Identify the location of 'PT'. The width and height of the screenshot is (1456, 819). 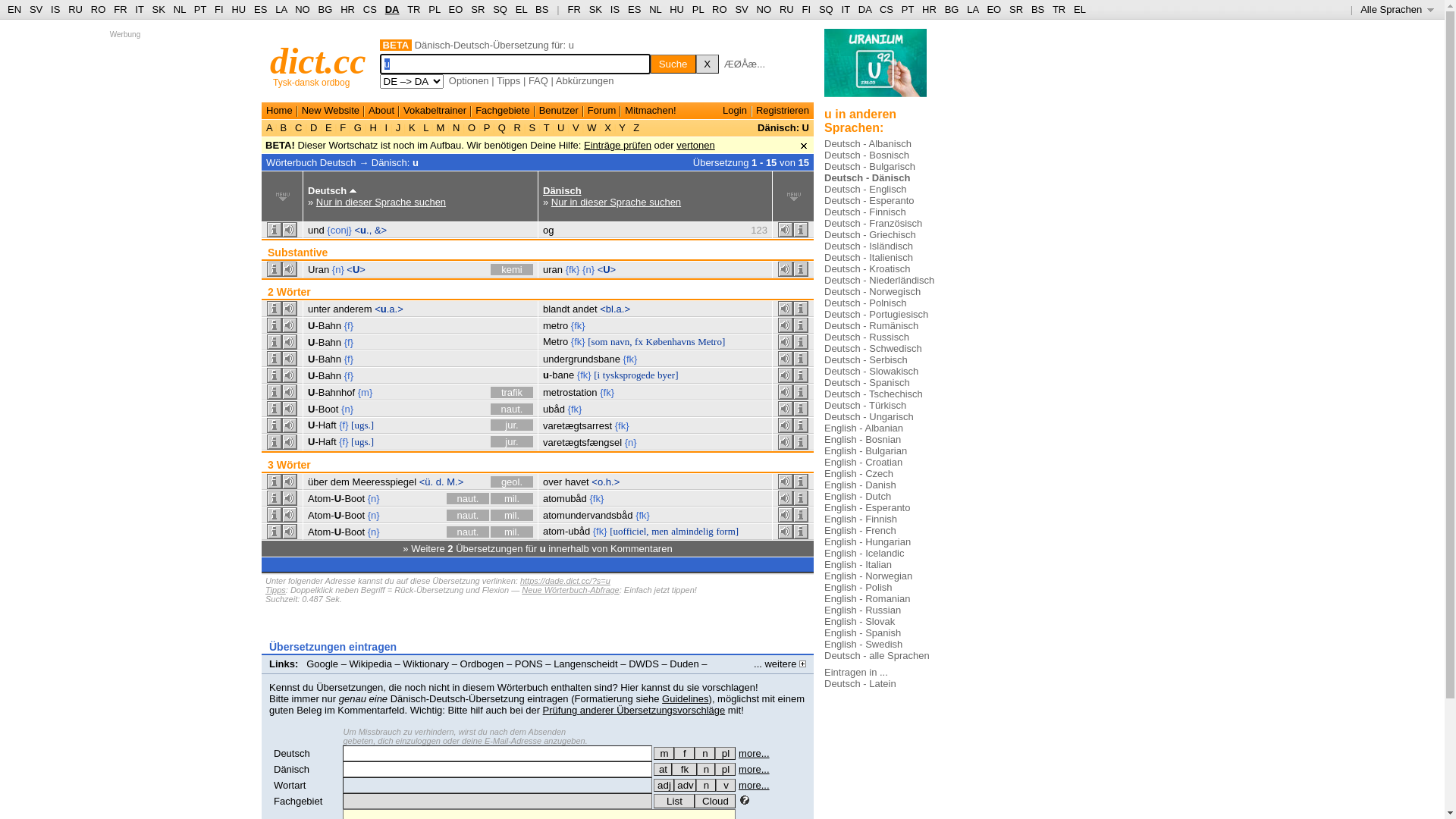
(199, 9).